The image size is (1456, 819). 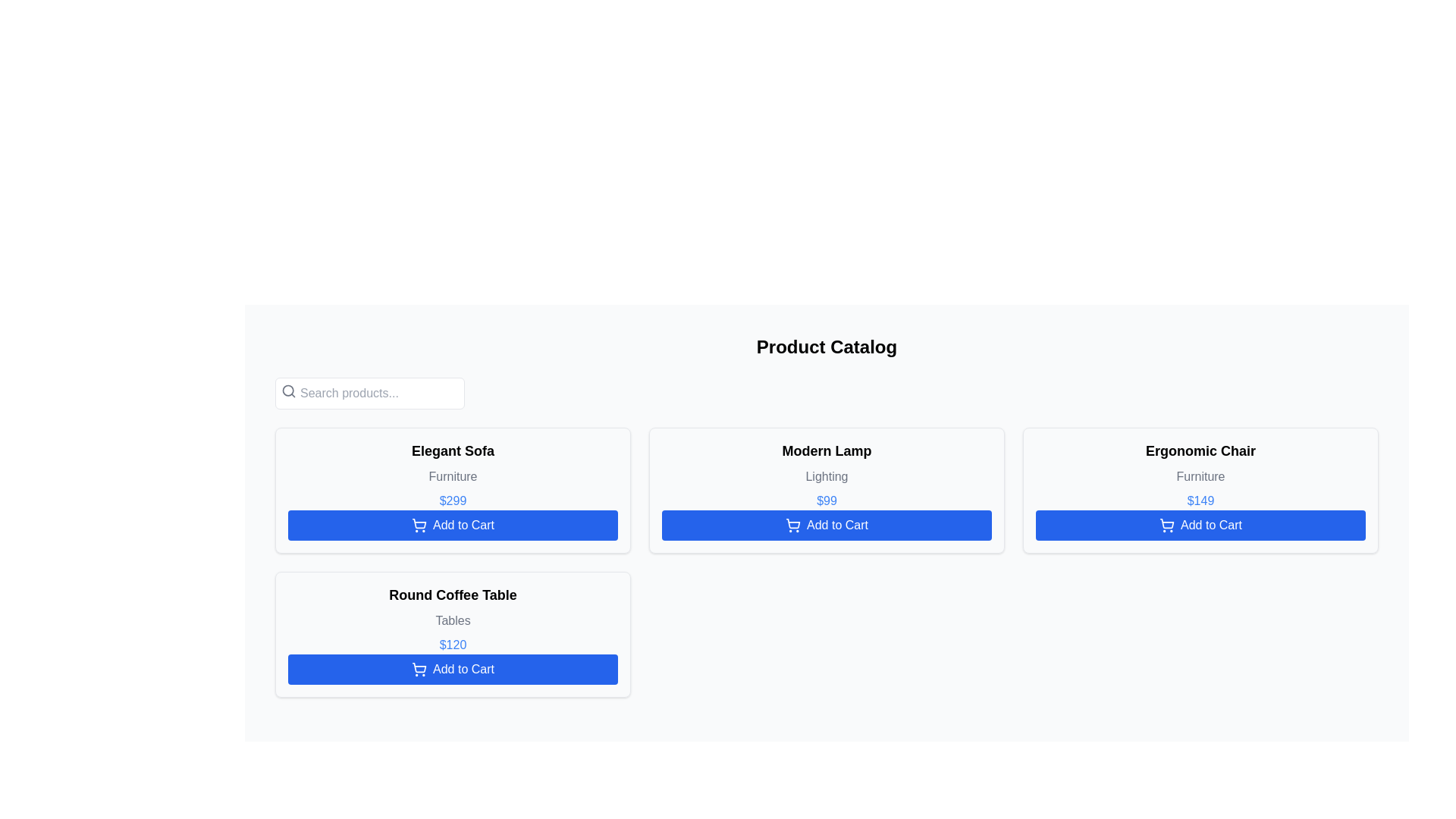 I want to click on the text label displaying the price of '$120' for the 'Round Coffee Table' product, which is bold, blue, and located between the 'Tables' subtitle and the 'Add to Cart' button, so click(x=452, y=645).